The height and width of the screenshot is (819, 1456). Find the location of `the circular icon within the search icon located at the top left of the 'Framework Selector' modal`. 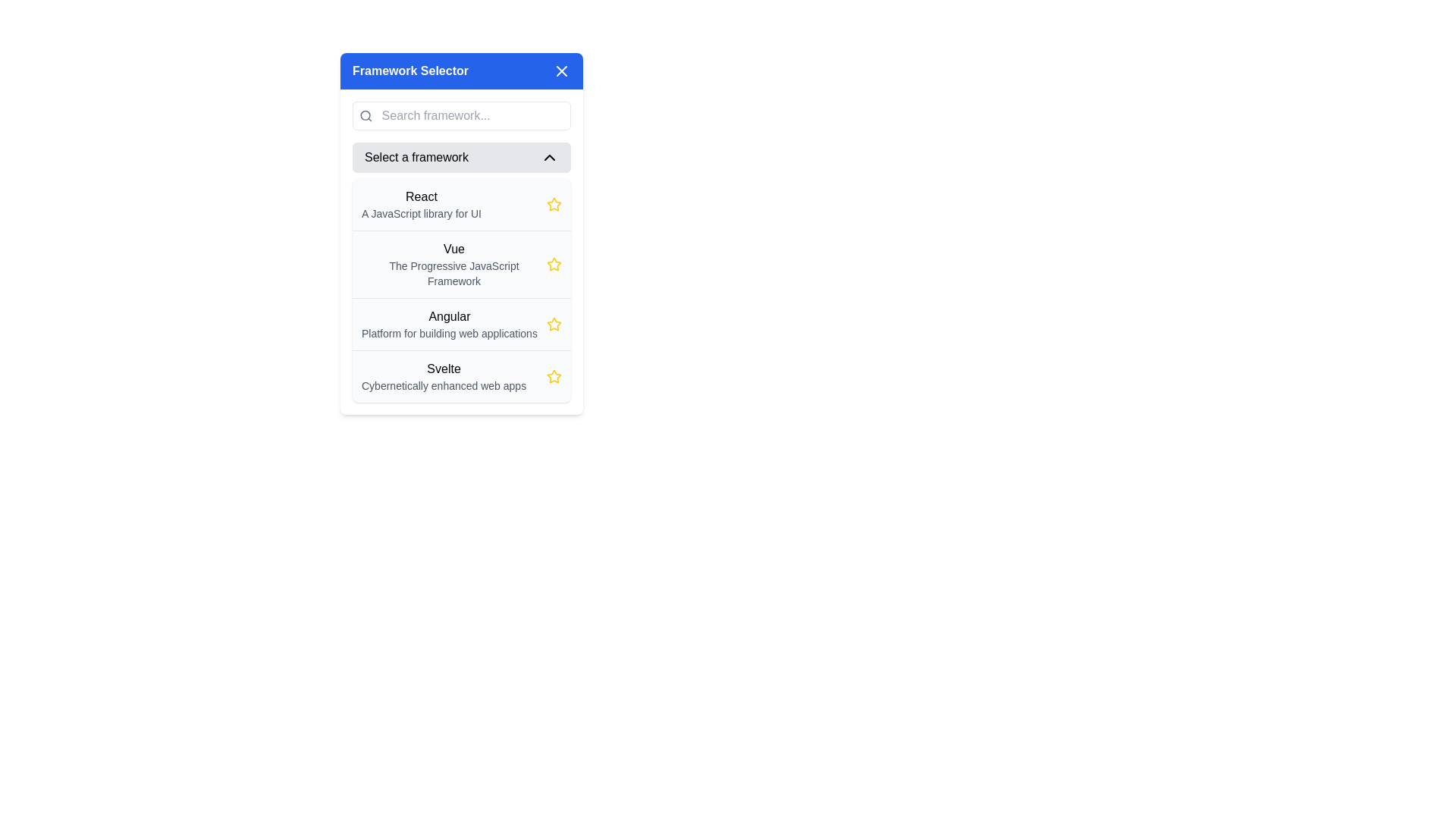

the circular icon within the search icon located at the top left of the 'Framework Selector' modal is located at coordinates (366, 115).